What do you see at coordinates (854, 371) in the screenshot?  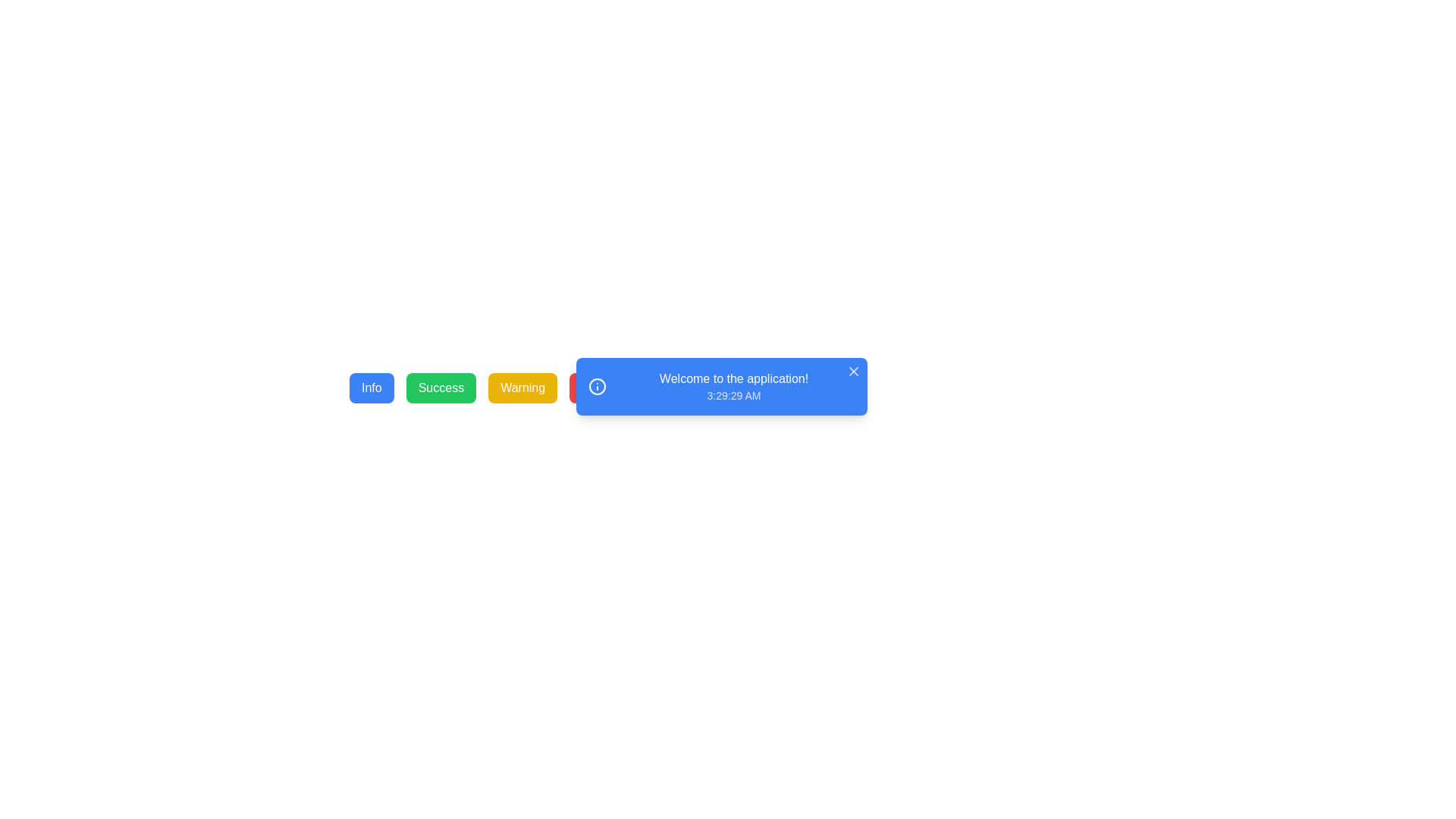 I see `the close or dismiss button icon, which is an intersecting cross icon located at the top-right corner of a blue notification card` at bounding box center [854, 371].